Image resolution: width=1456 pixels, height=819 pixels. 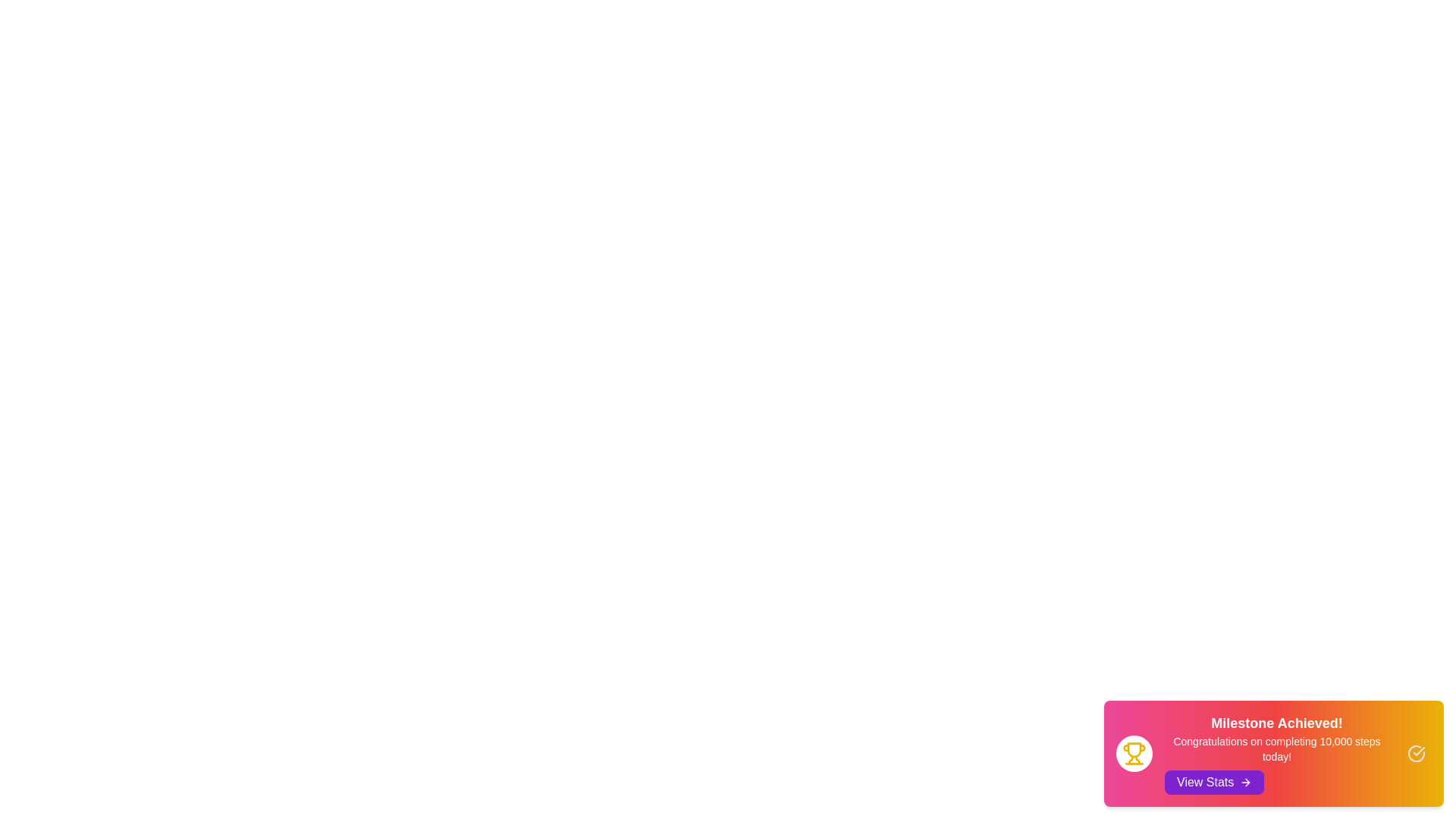 What do you see at coordinates (1214, 783) in the screenshot?
I see `the 'View Stats' button to view the statistics` at bounding box center [1214, 783].